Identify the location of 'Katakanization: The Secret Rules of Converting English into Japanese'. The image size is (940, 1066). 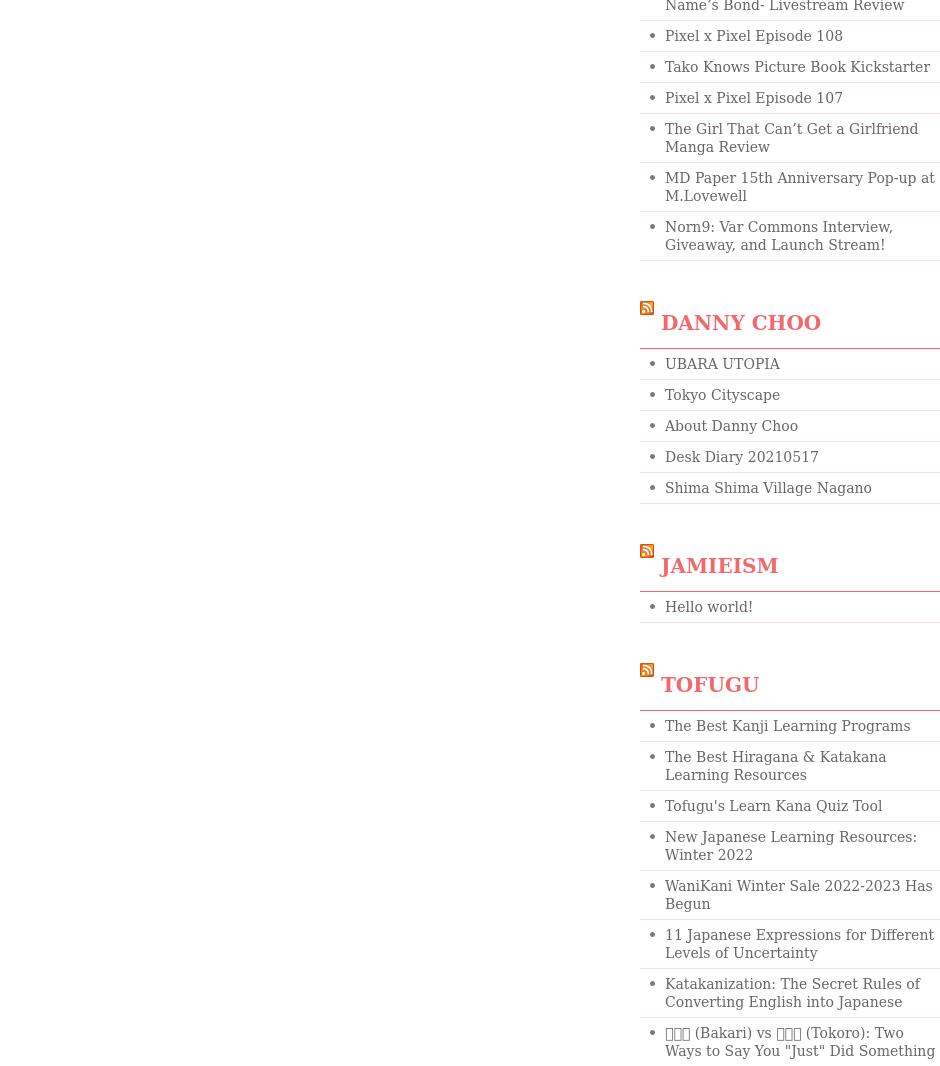
(664, 992).